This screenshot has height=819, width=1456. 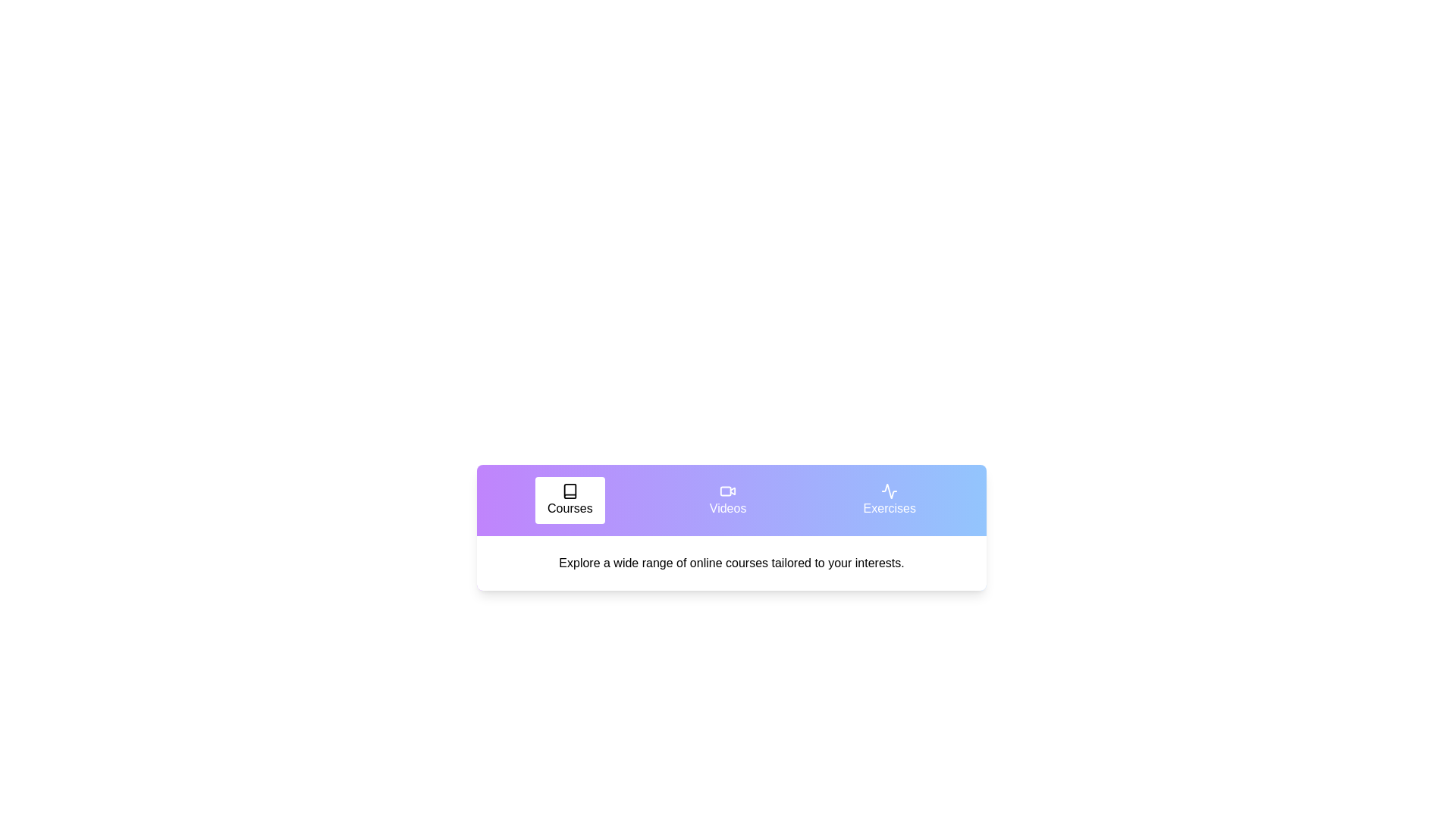 What do you see at coordinates (569, 500) in the screenshot?
I see `the tab labeled Courses to observe hover effects` at bounding box center [569, 500].